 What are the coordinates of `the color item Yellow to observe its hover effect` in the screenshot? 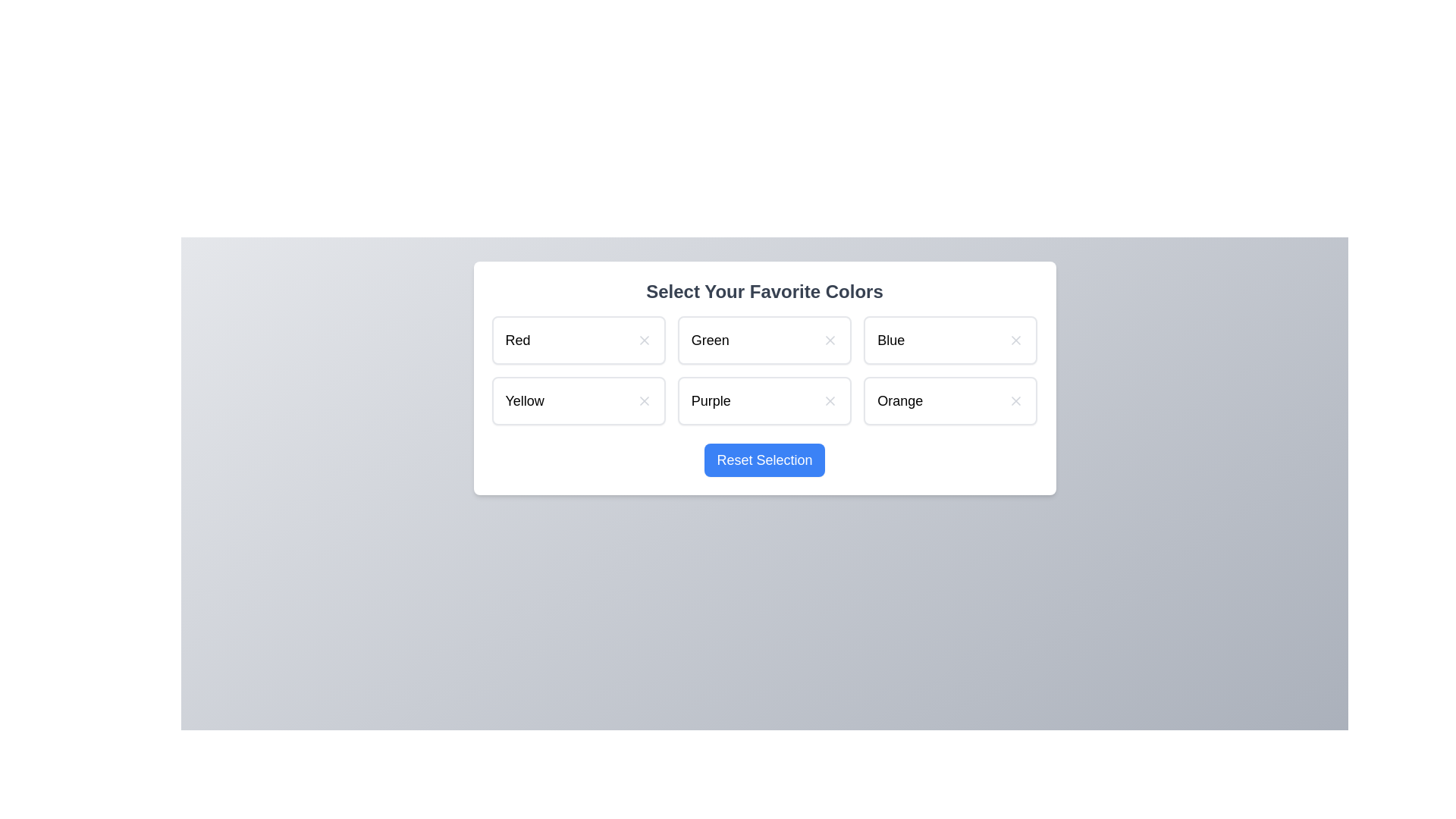 It's located at (578, 400).